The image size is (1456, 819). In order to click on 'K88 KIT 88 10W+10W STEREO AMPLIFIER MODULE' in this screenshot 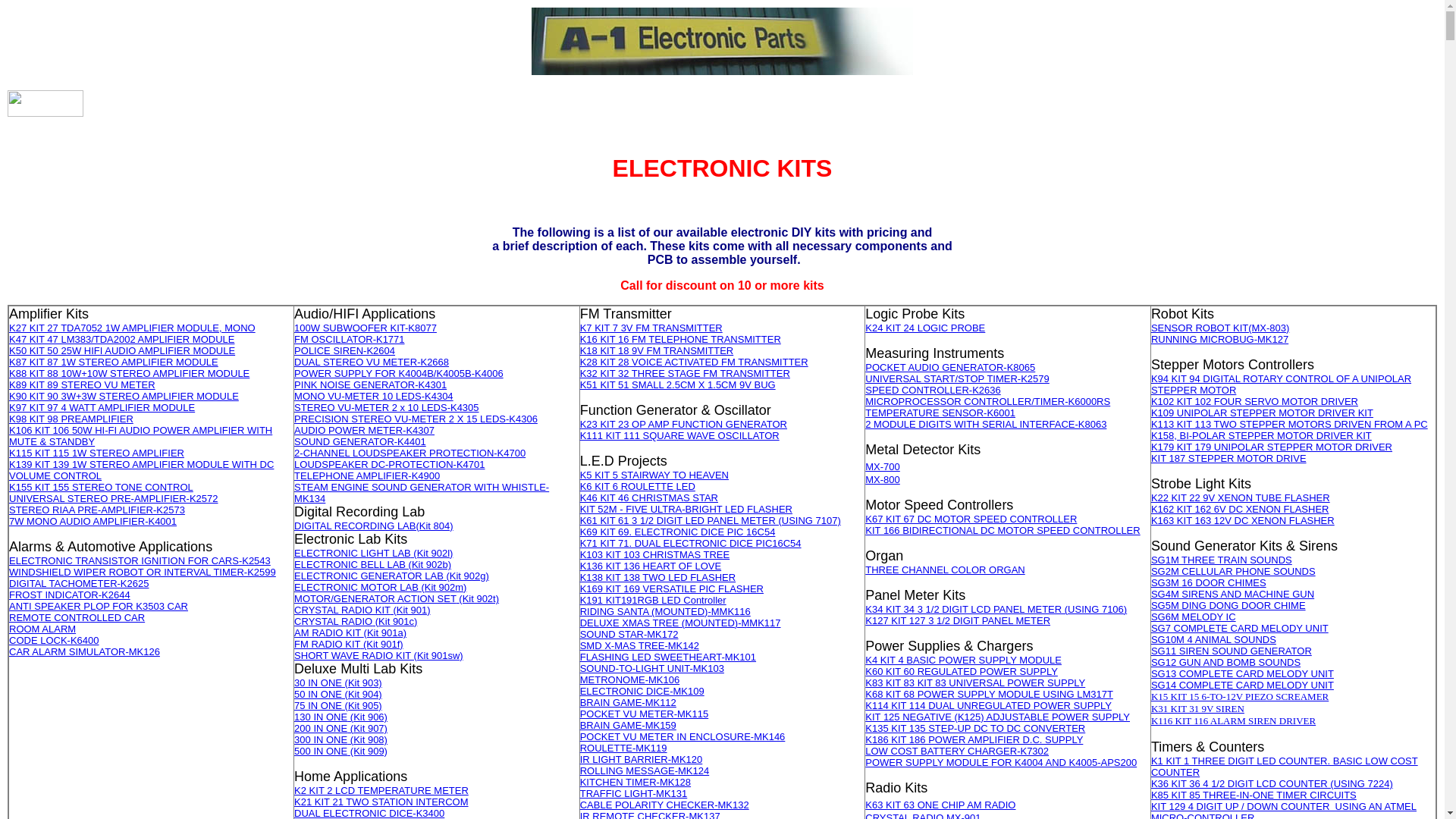, I will do `click(129, 373)`.